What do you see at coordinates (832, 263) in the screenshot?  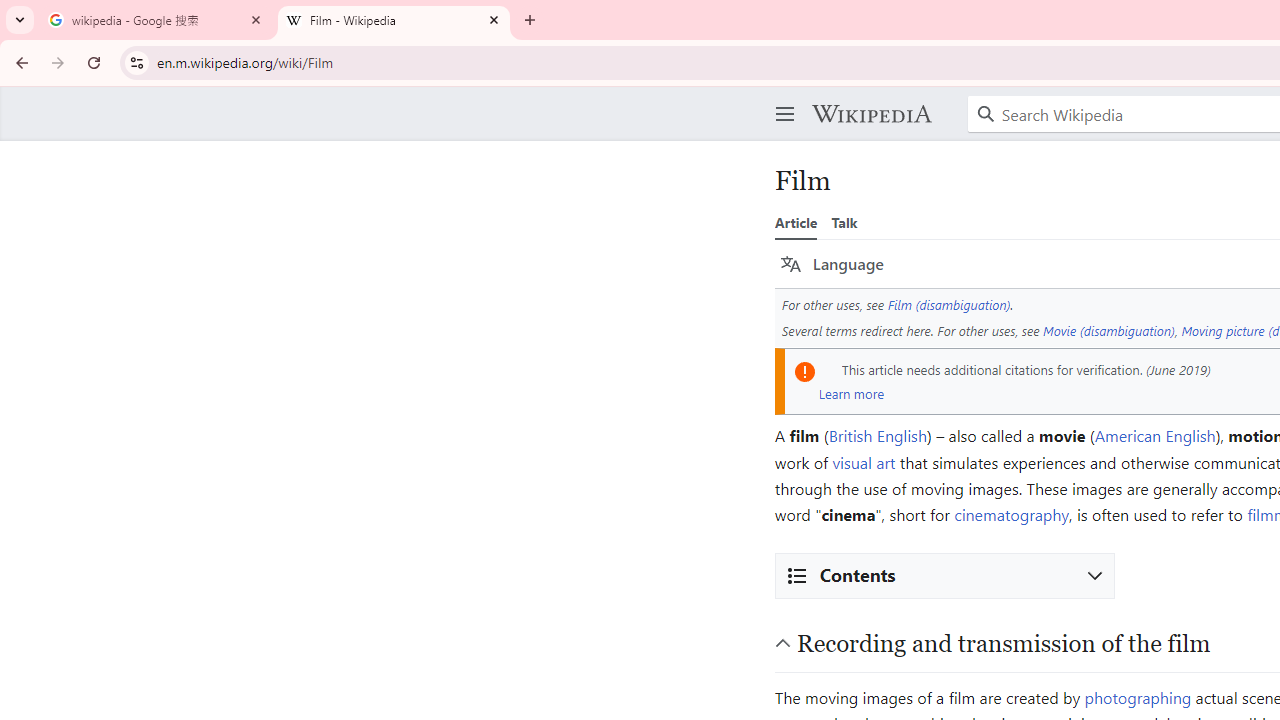 I see `'Language'` at bounding box center [832, 263].